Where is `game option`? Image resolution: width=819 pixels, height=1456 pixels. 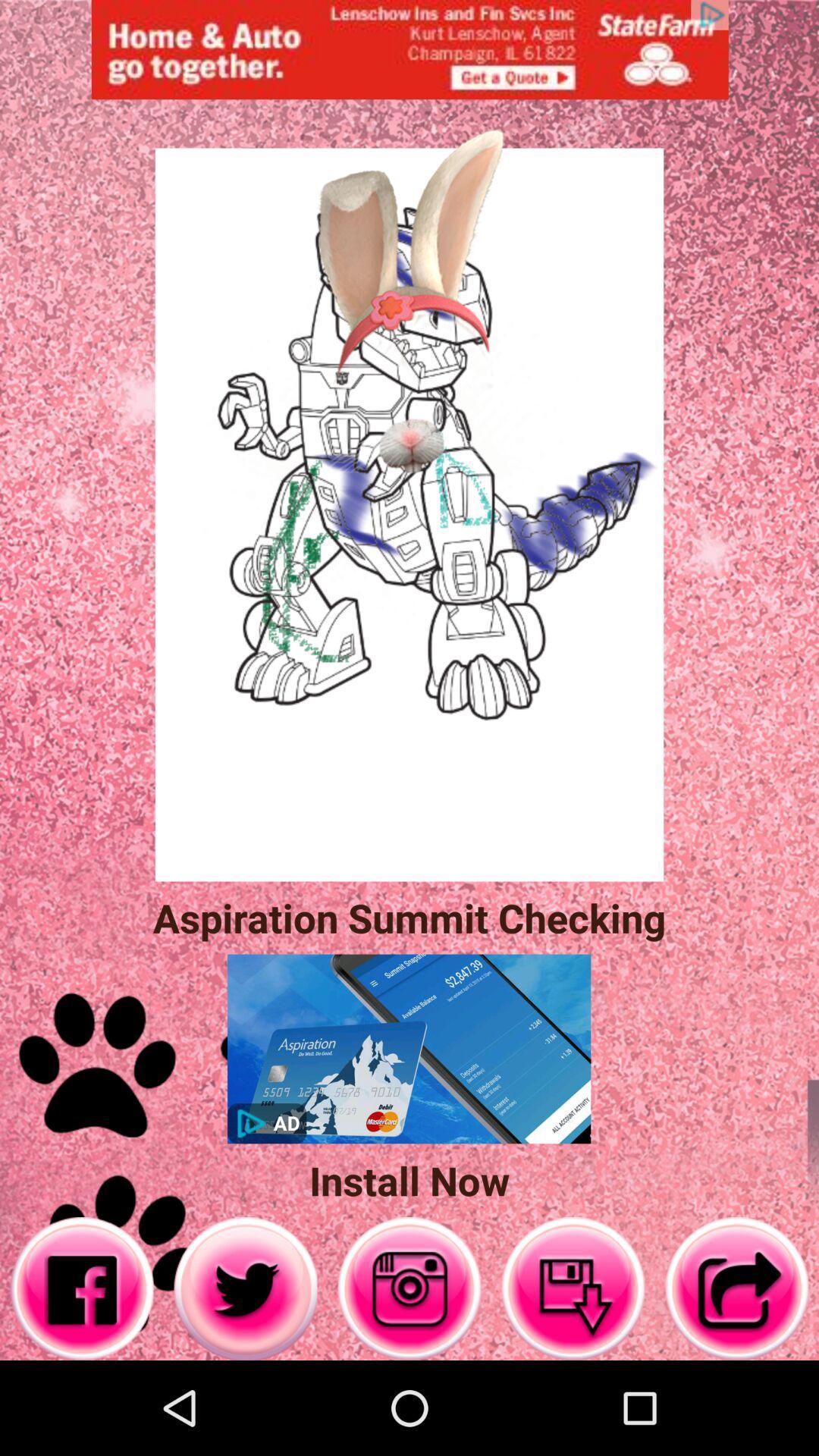
game option is located at coordinates (409, 1288).